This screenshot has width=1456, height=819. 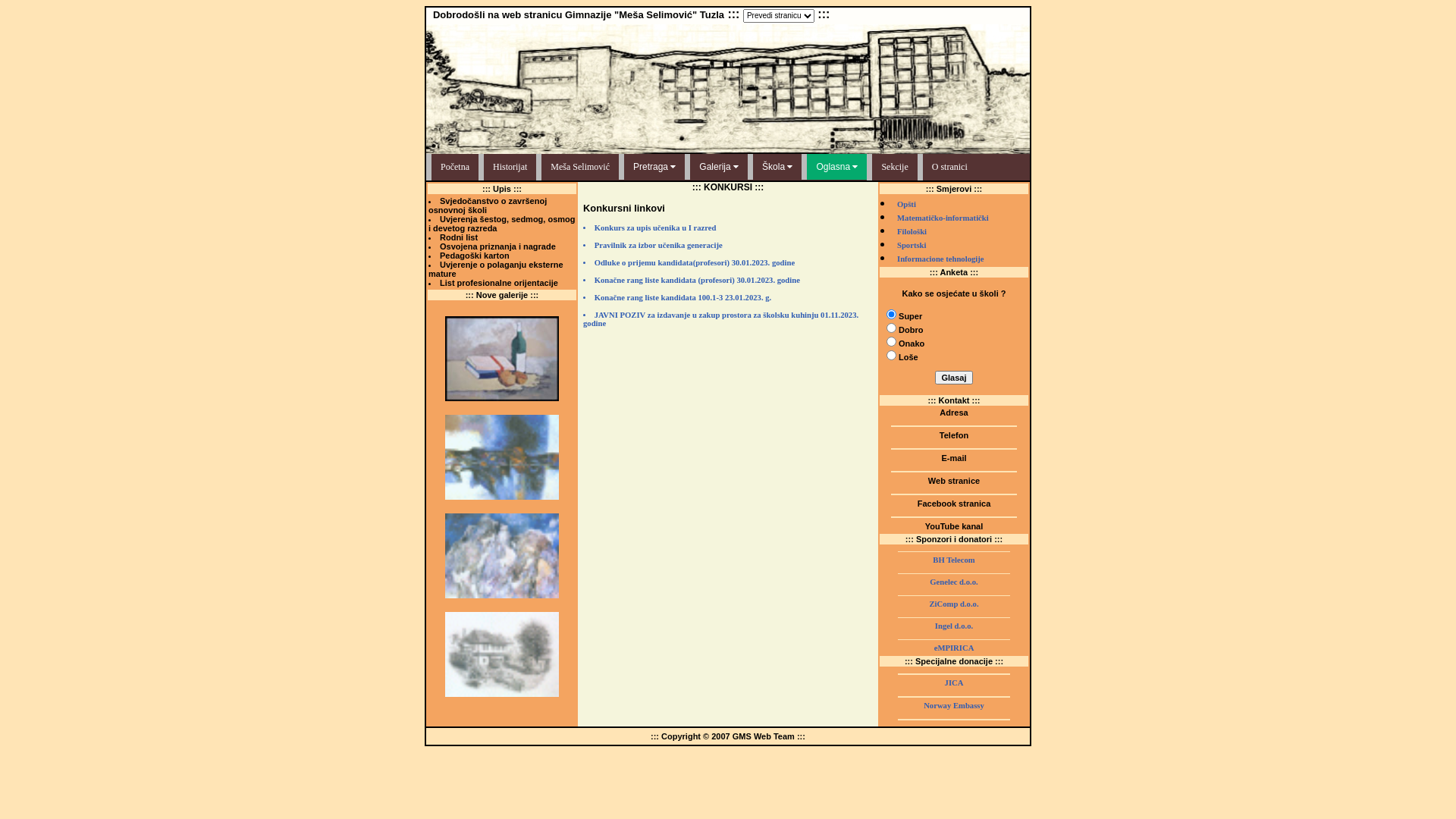 I want to click on 'gmstz@montk.gov.ba', so click(x=952, y=466).